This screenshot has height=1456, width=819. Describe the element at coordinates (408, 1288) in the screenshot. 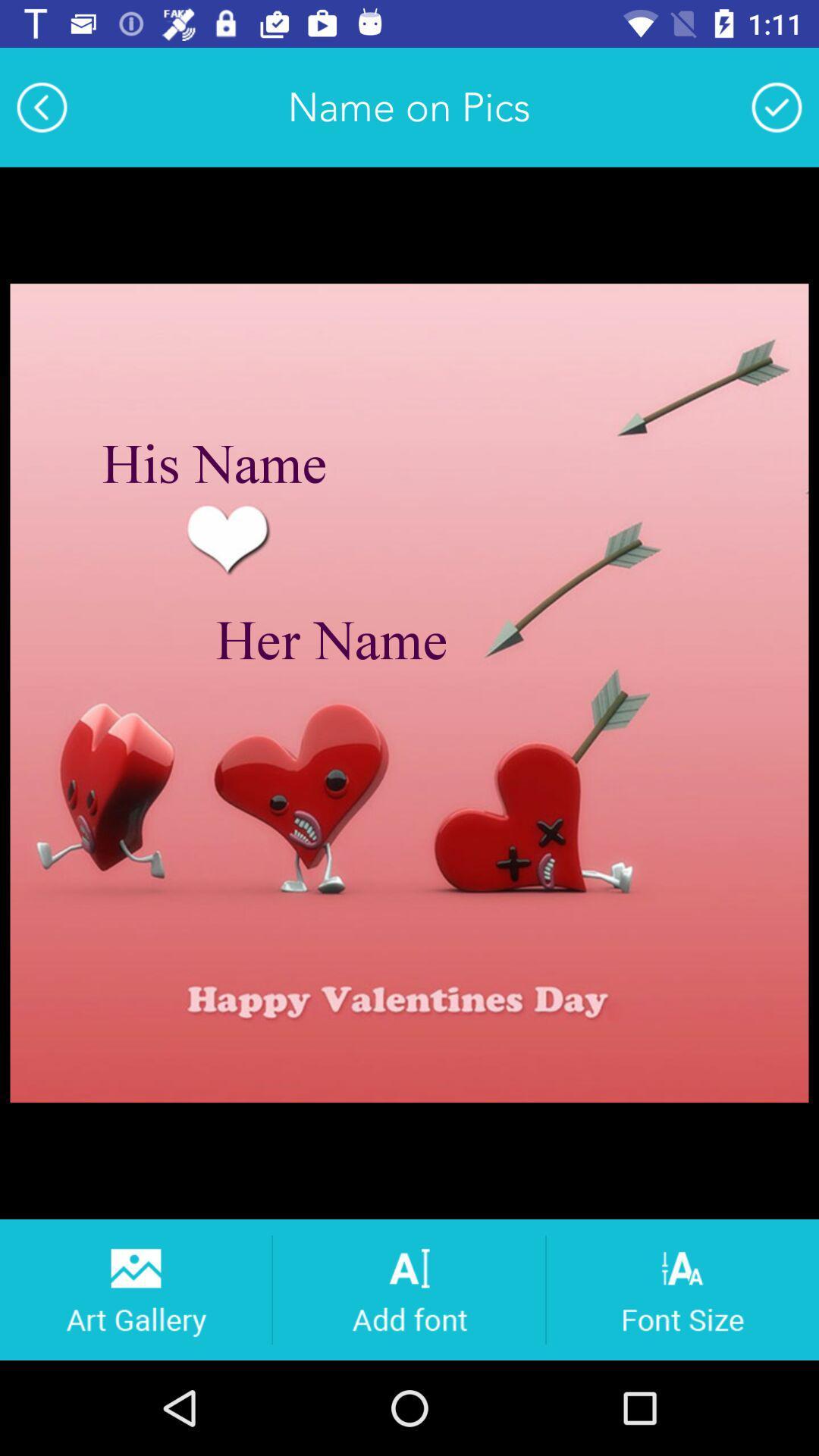

I see `font` at that location.